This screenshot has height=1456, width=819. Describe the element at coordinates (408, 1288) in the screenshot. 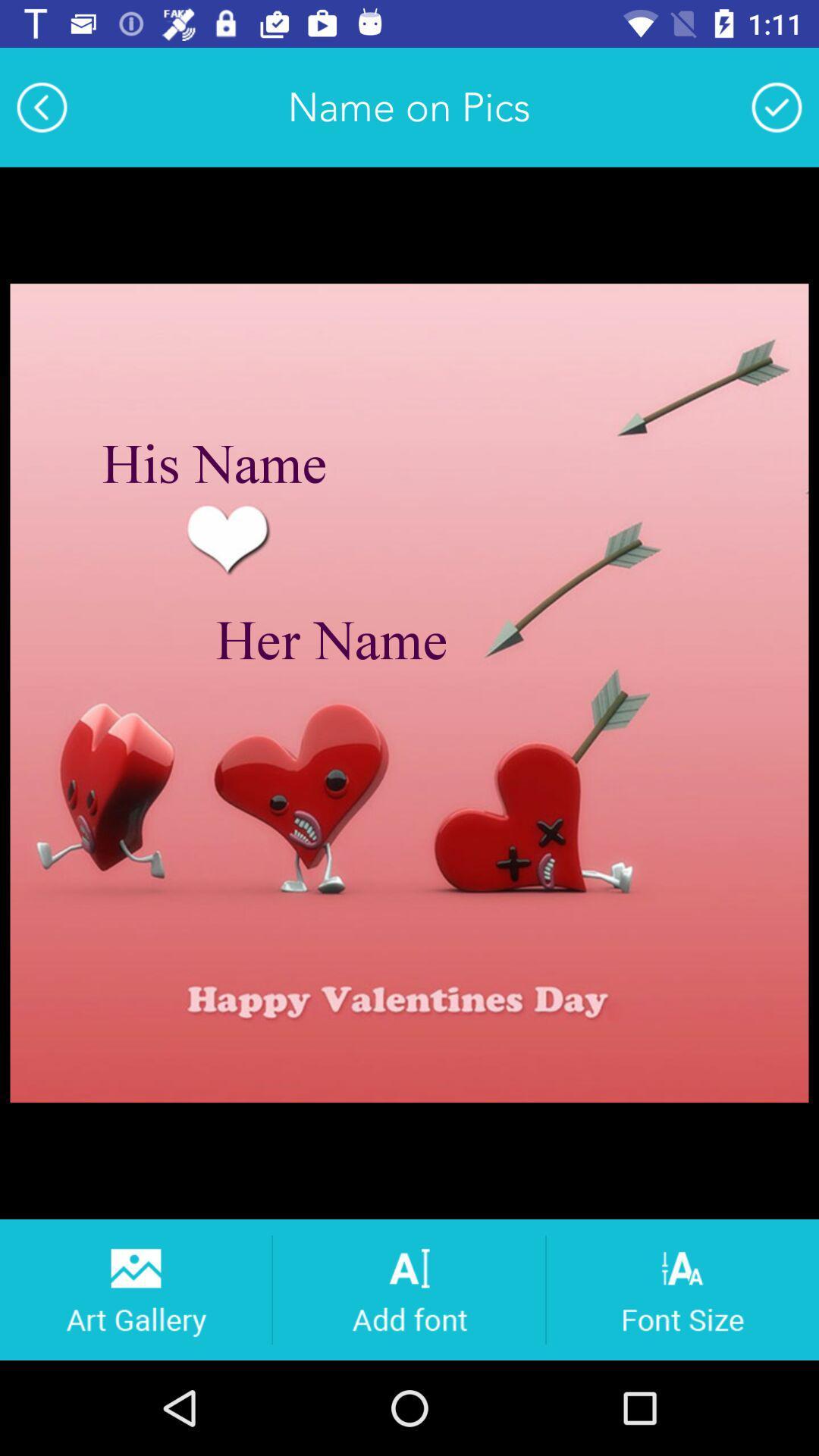

I see `font` at that location.